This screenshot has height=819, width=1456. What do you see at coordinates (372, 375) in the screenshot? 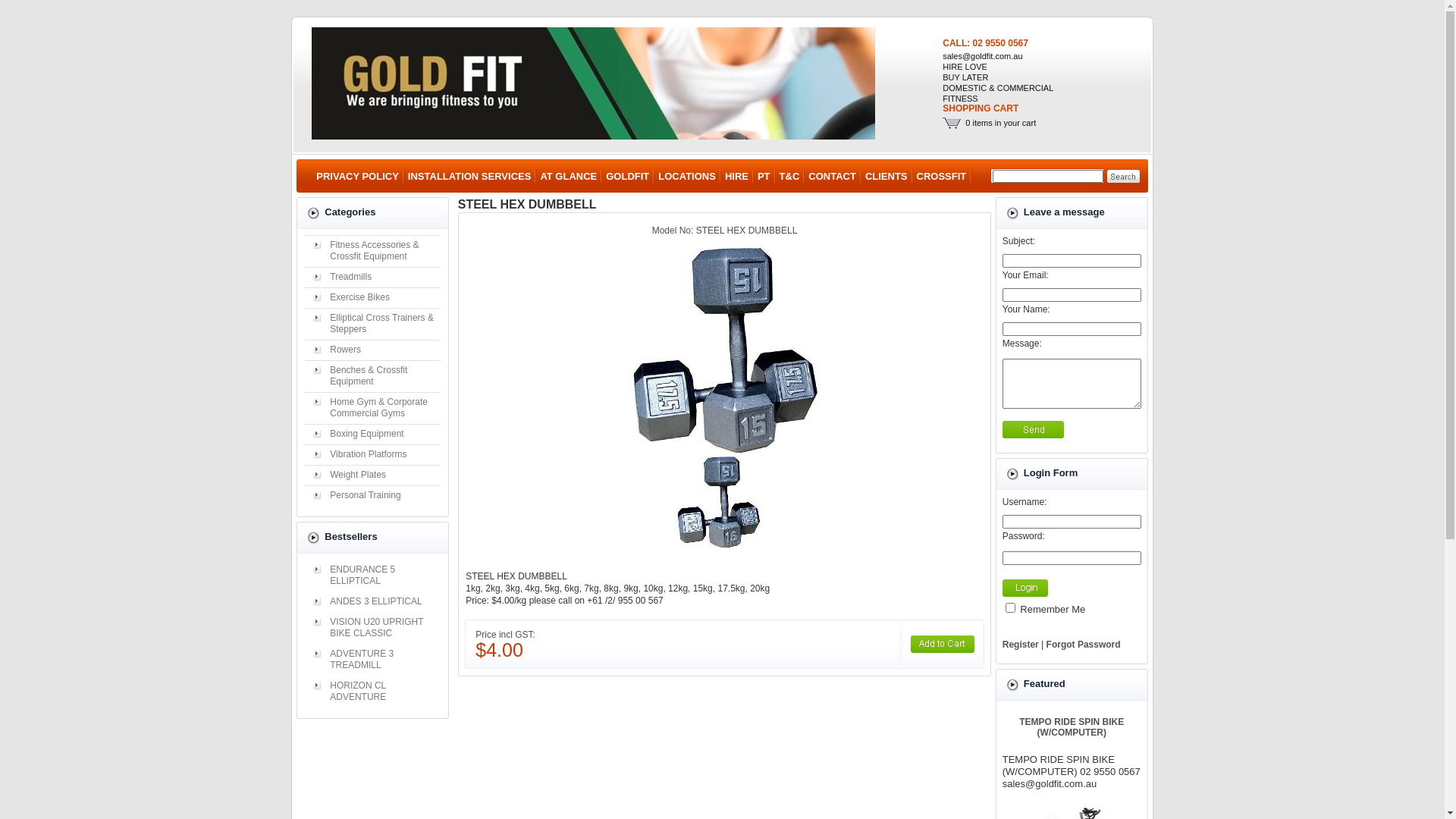
I see `'Benches & Crossfit Equipment'` at bounding box center [372, 375].